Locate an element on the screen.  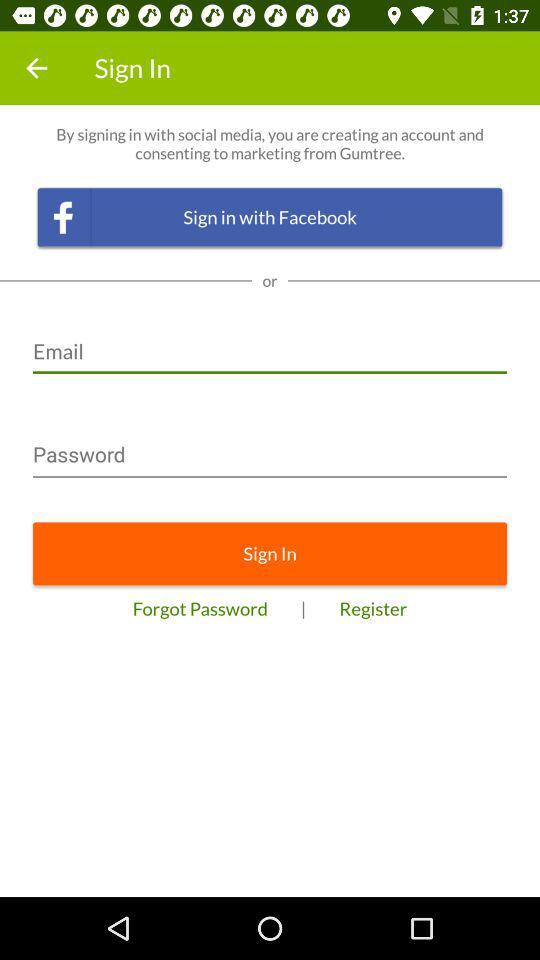
the icon next to the | is located at coordinates (373, 607).